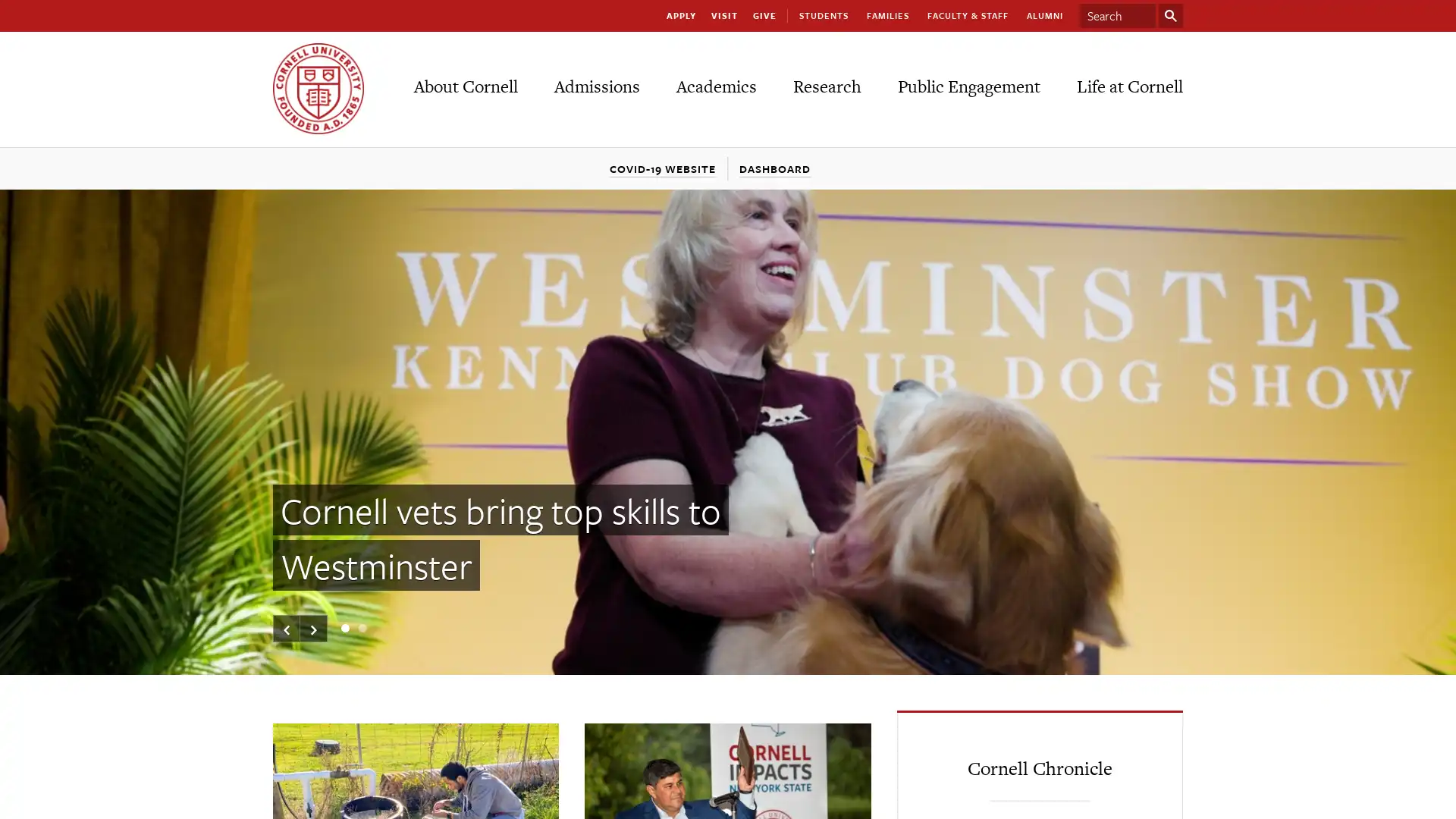  I want to click on Next slide, so click(312, 629).